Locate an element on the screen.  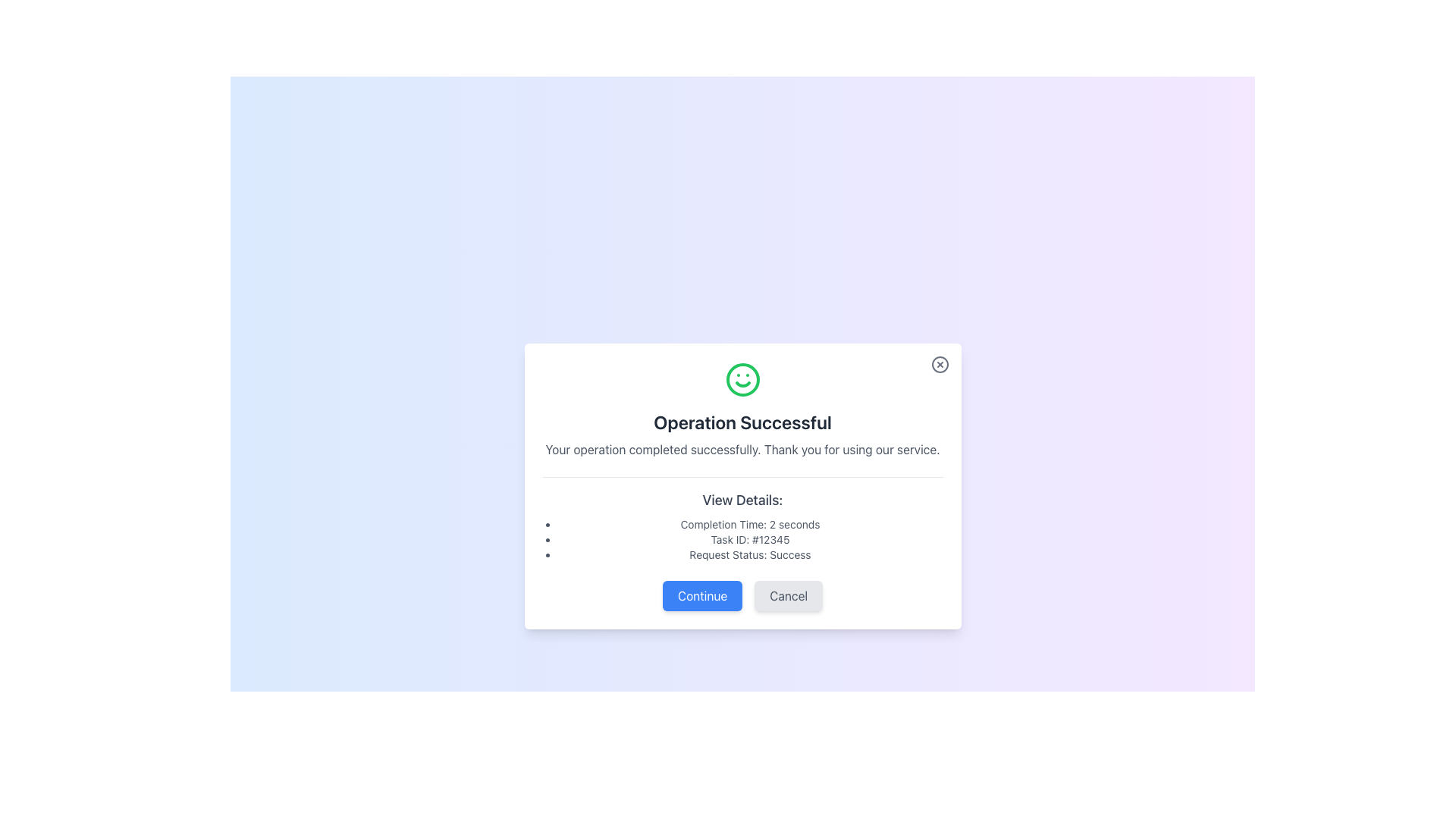
the second button in the horizontal row that triggers the cancel action is located at coordinates (789, 595).